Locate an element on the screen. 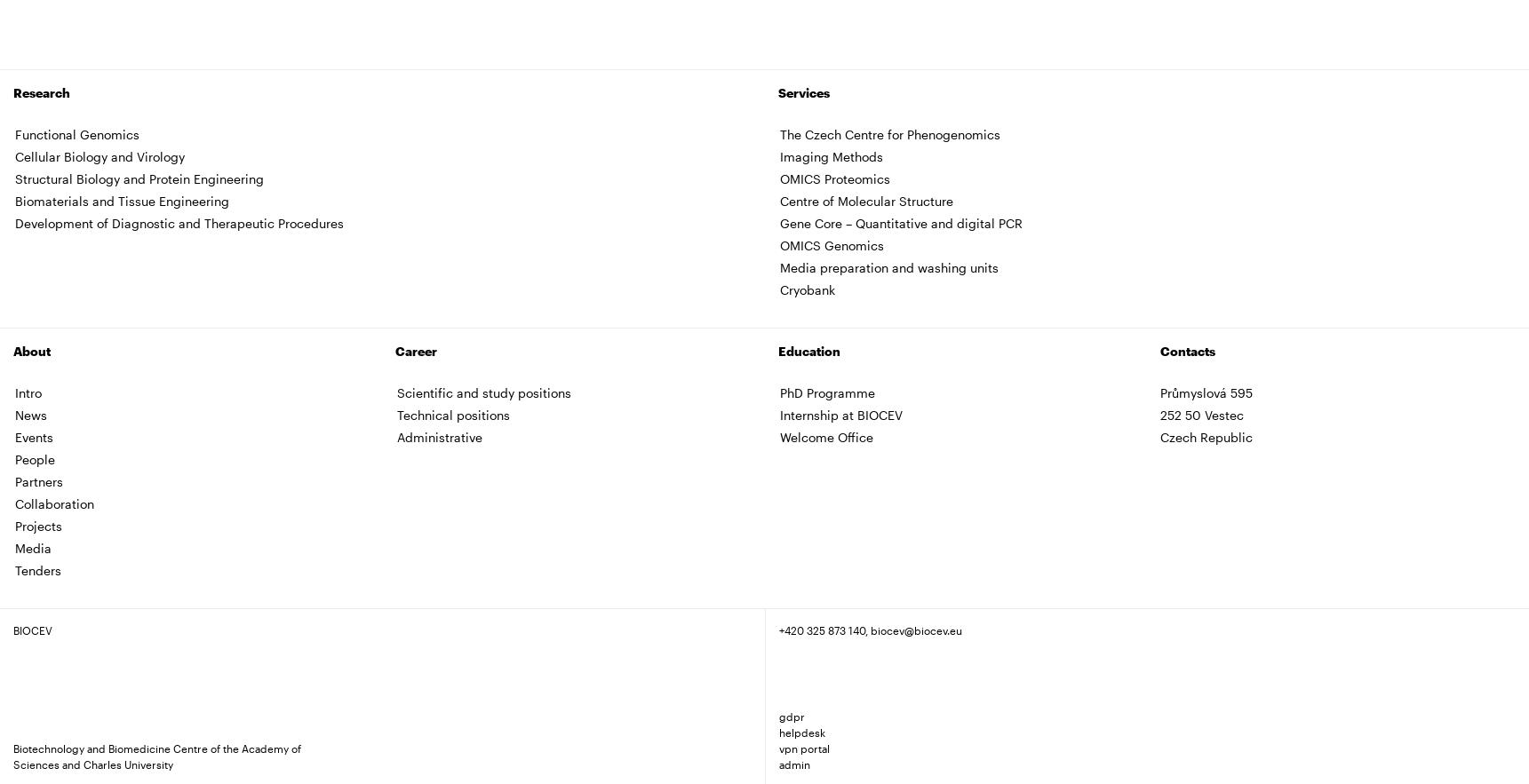 The width and height of the screenshot is (1529, 784). 'Cellular Biology and Virology' is located at coordinates (14, 154).